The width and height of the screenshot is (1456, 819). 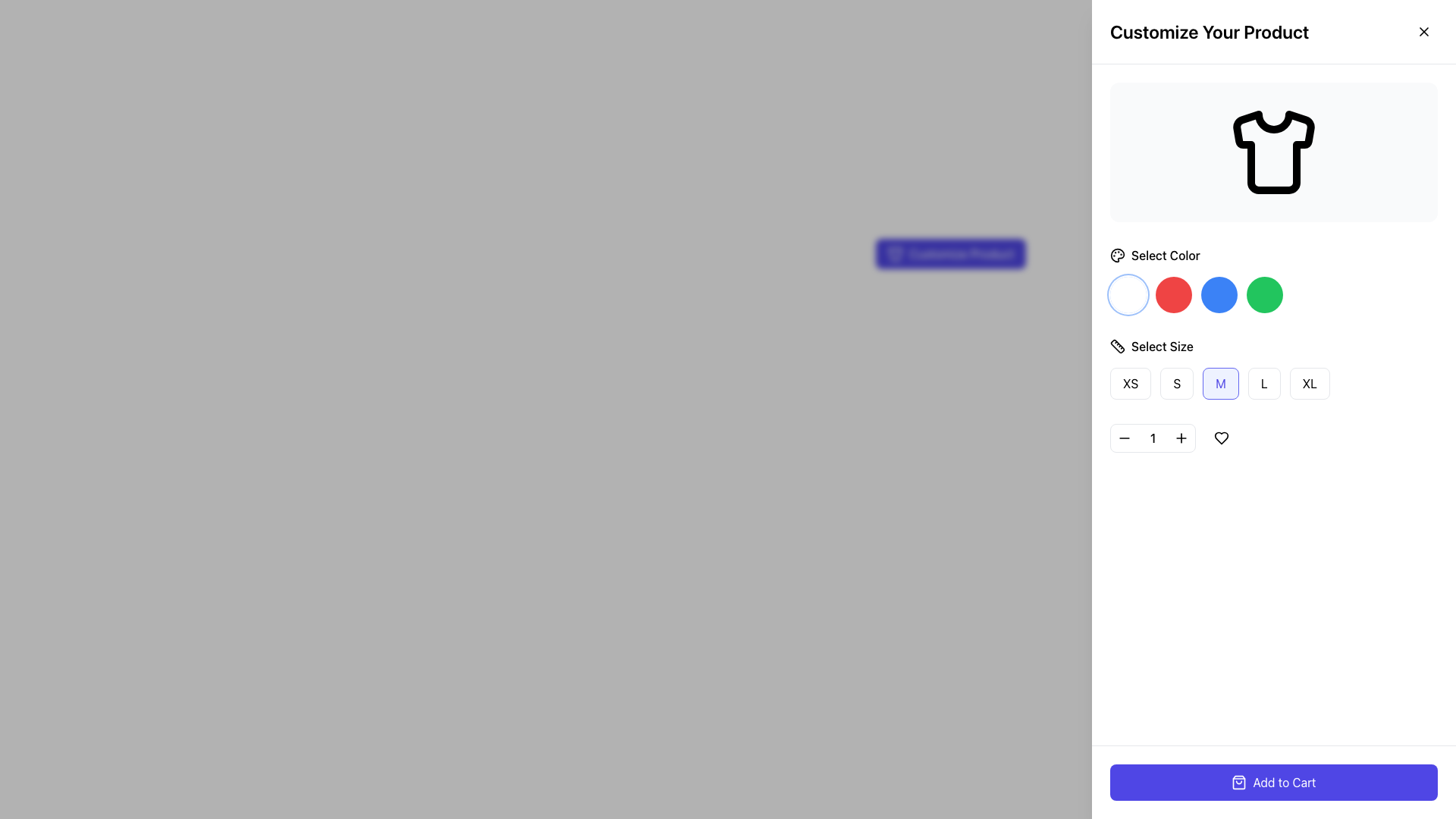 What do you see at coordinates (1221, 382) in the screenshot?
I see `the 'Medium' size button located in the 'Select Size' section, which is the third button in a row of size selection buttons labeled 'XS', 'S', 'M', 'L', 'XL'` at bounding box center [1221, 382].